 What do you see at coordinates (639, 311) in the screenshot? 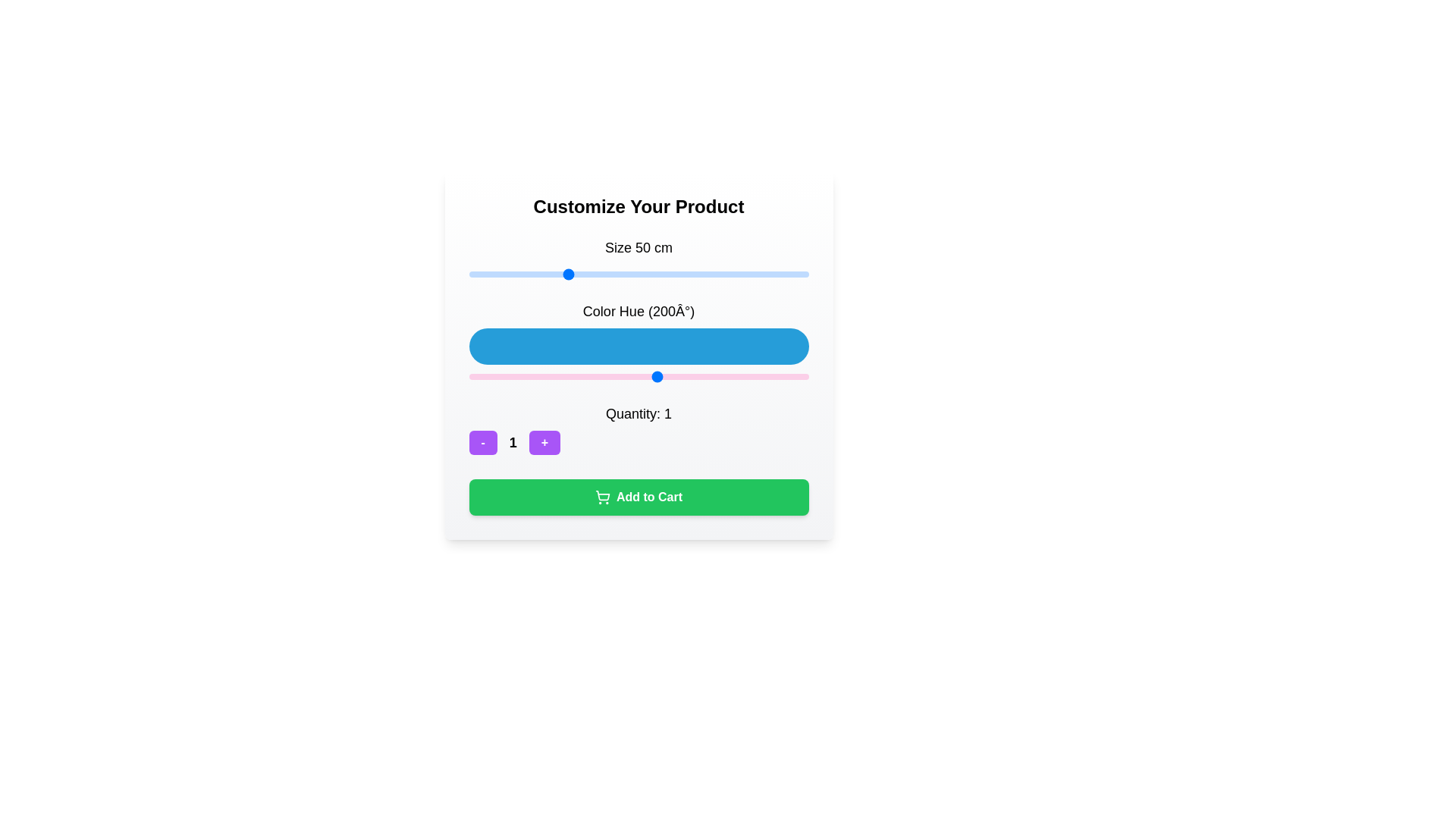
I see `the text label reading 'Color Hue (200°)' which is styled in a large font size and is positioned above a blue bar element` at bounding box center [639, 311].